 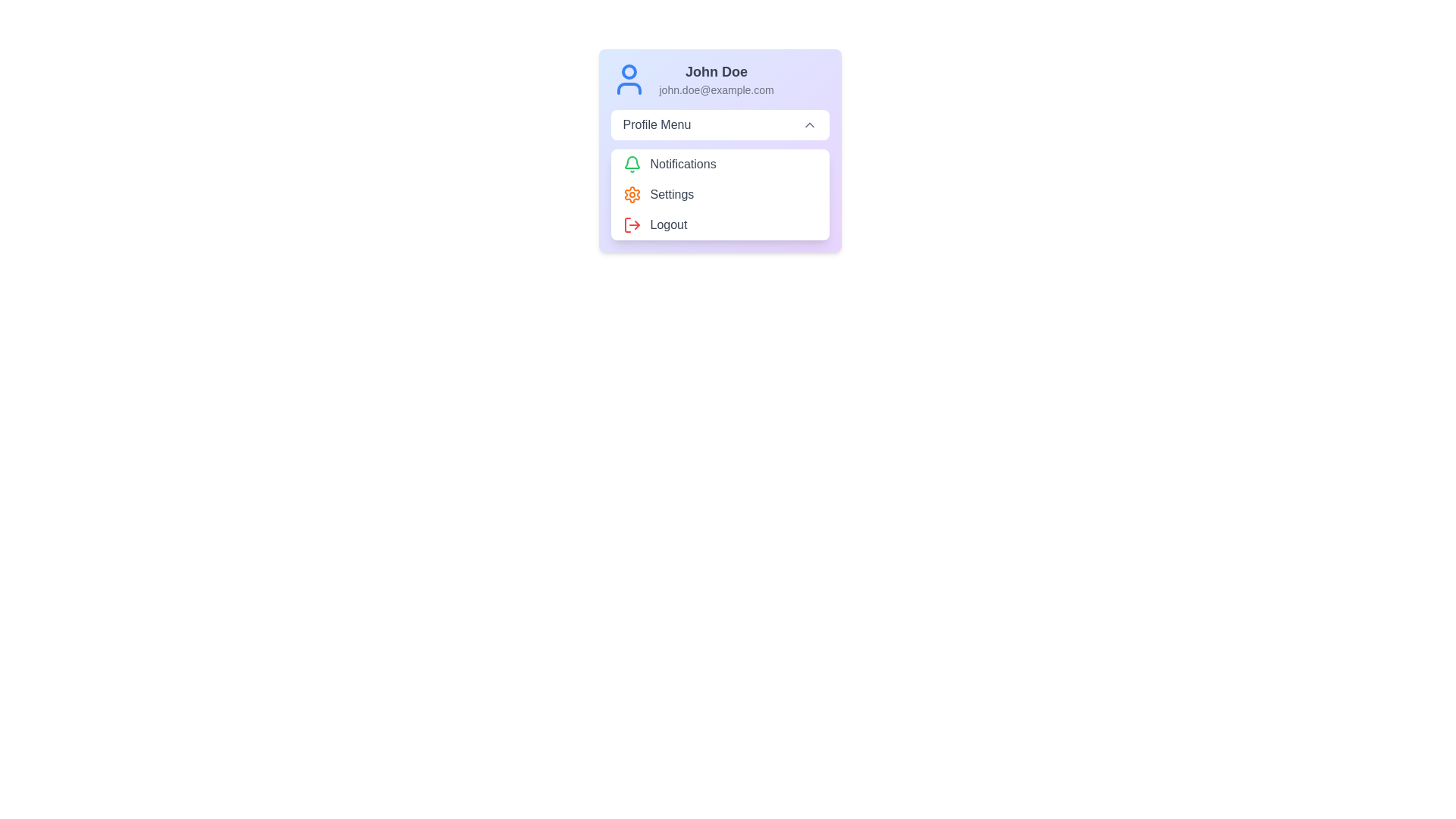 I want to click on the Profile Display Area that shows the user profile with the name 'John Doe' and email 'john.doe@example.com', so click(x=719, y=79).